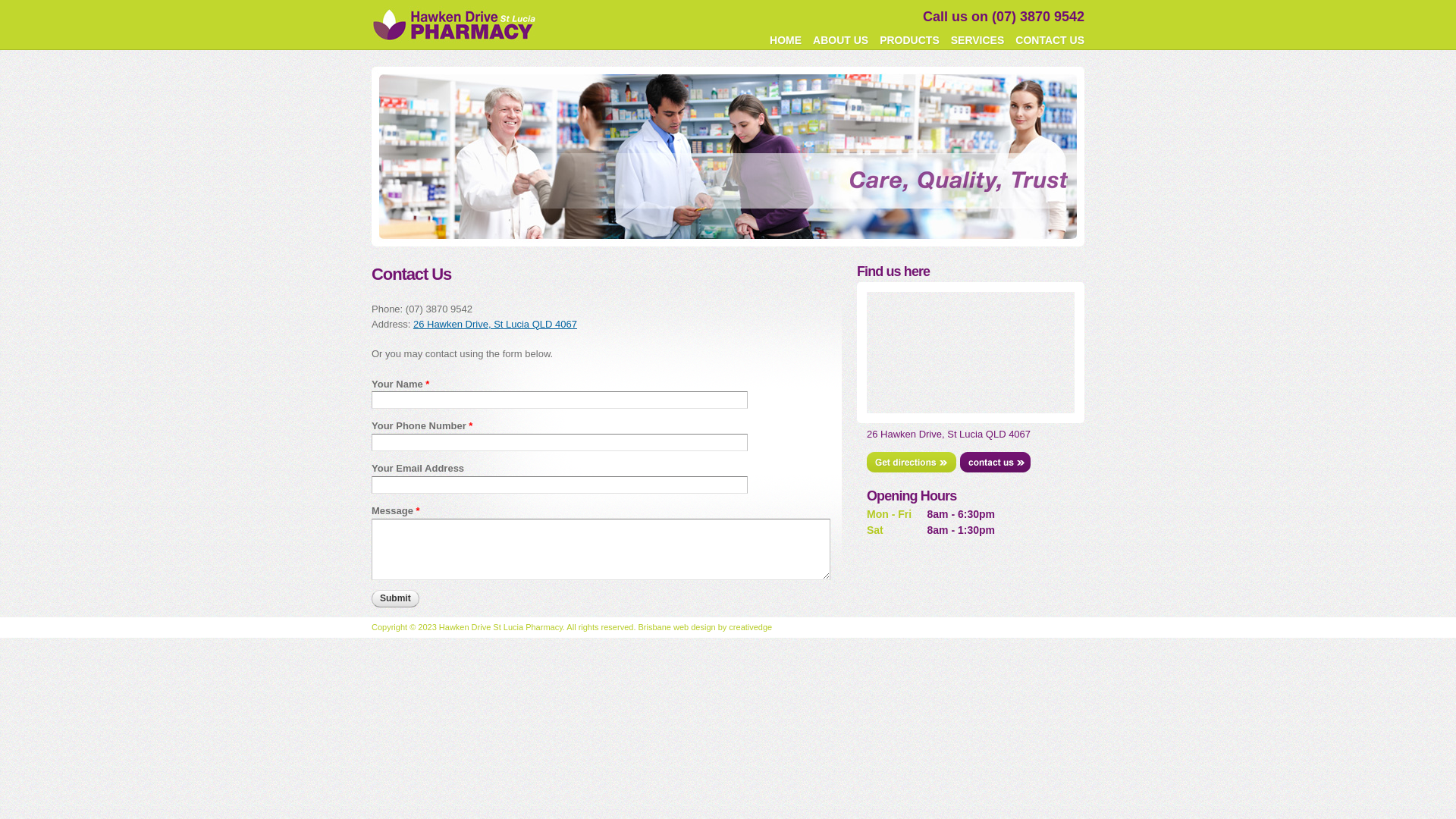  What do you see at coordinates (638, 626) in the screenshot?
I see `'Brisbane web design'` at bounding box center [638, 626].